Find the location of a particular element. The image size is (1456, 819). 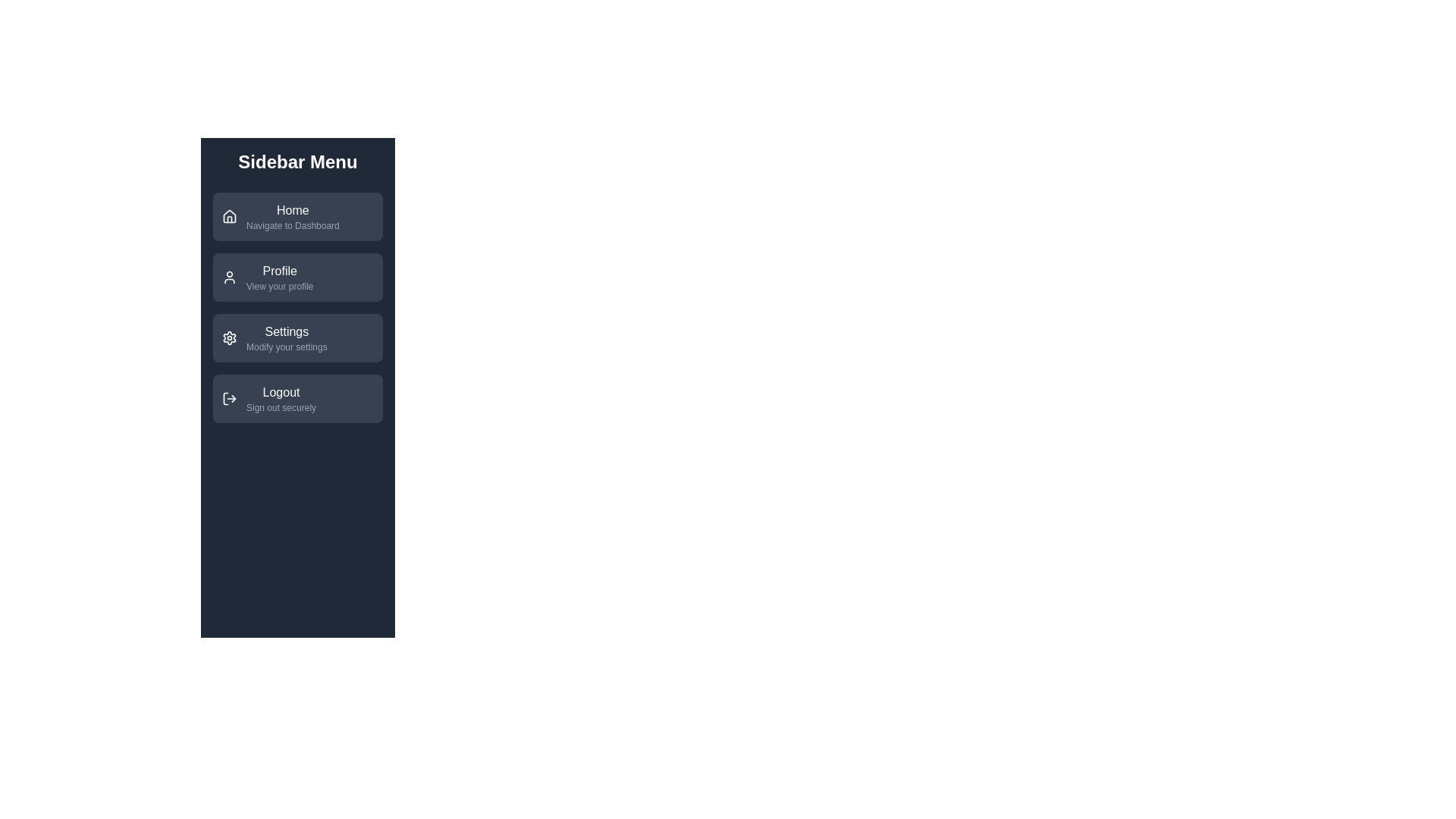

the menu item labeled 'Home' to view its description is located at coordinates (298, 216).